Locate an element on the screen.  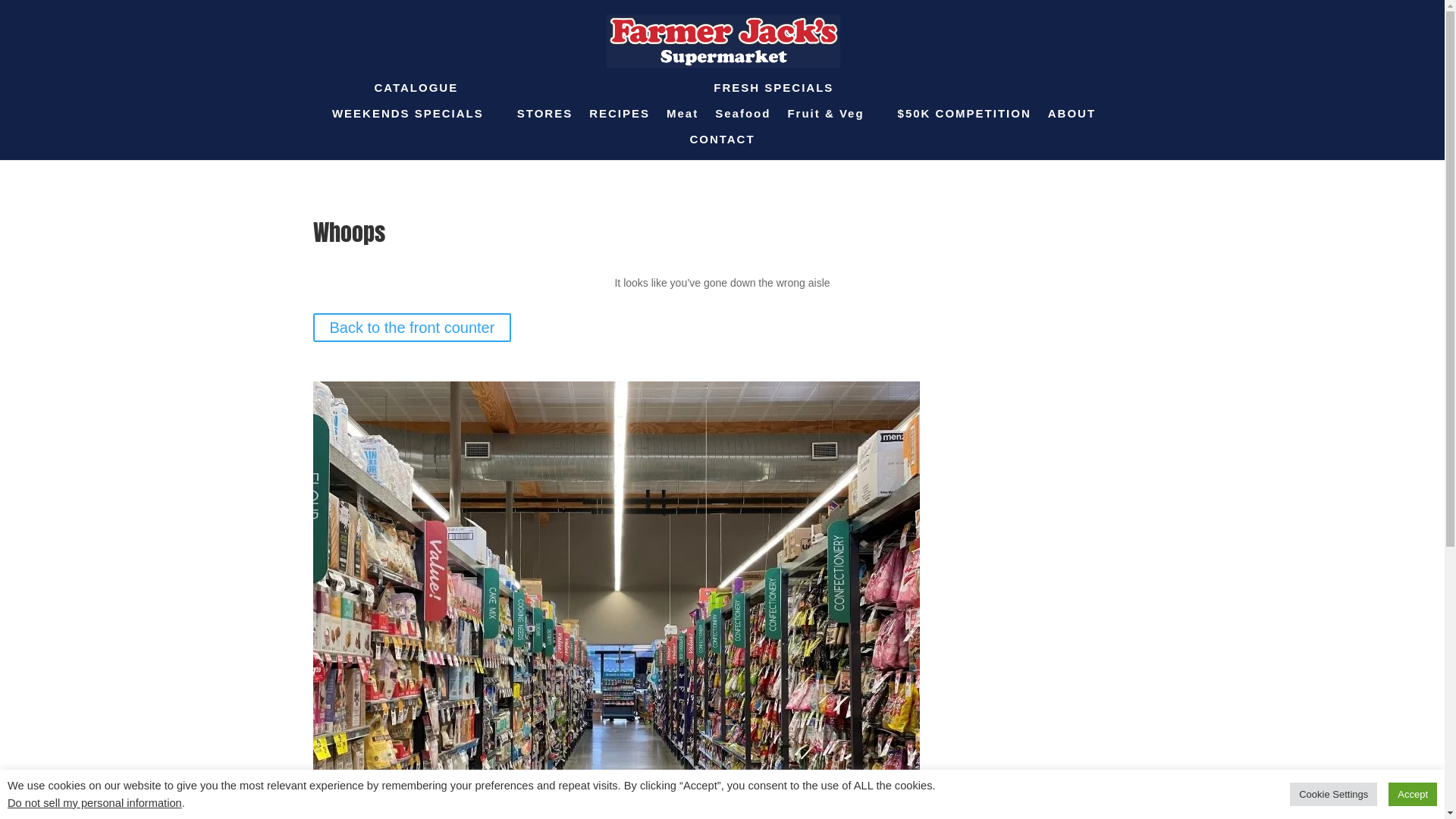
'$50K COMPETITION' is located at coordinates (964, 120).